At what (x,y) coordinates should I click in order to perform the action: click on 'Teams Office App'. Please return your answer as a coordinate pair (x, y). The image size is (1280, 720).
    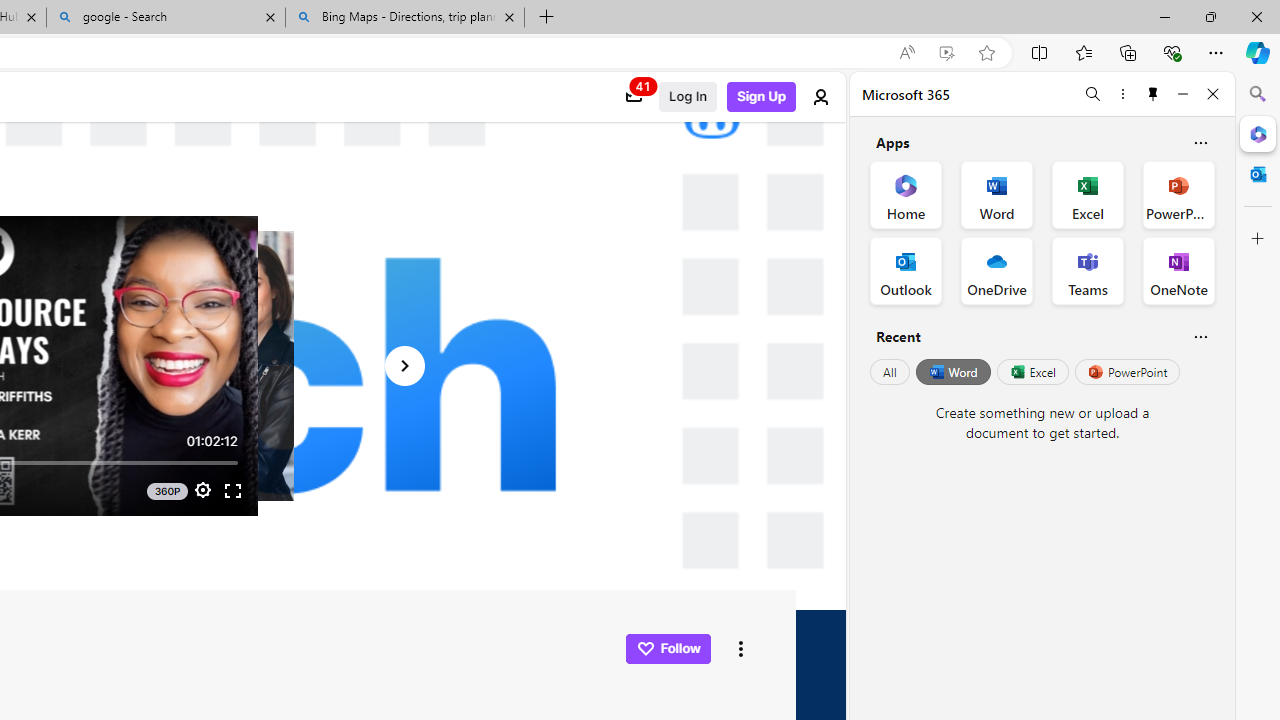
    Looking at the image, I should click on (1087, 271).